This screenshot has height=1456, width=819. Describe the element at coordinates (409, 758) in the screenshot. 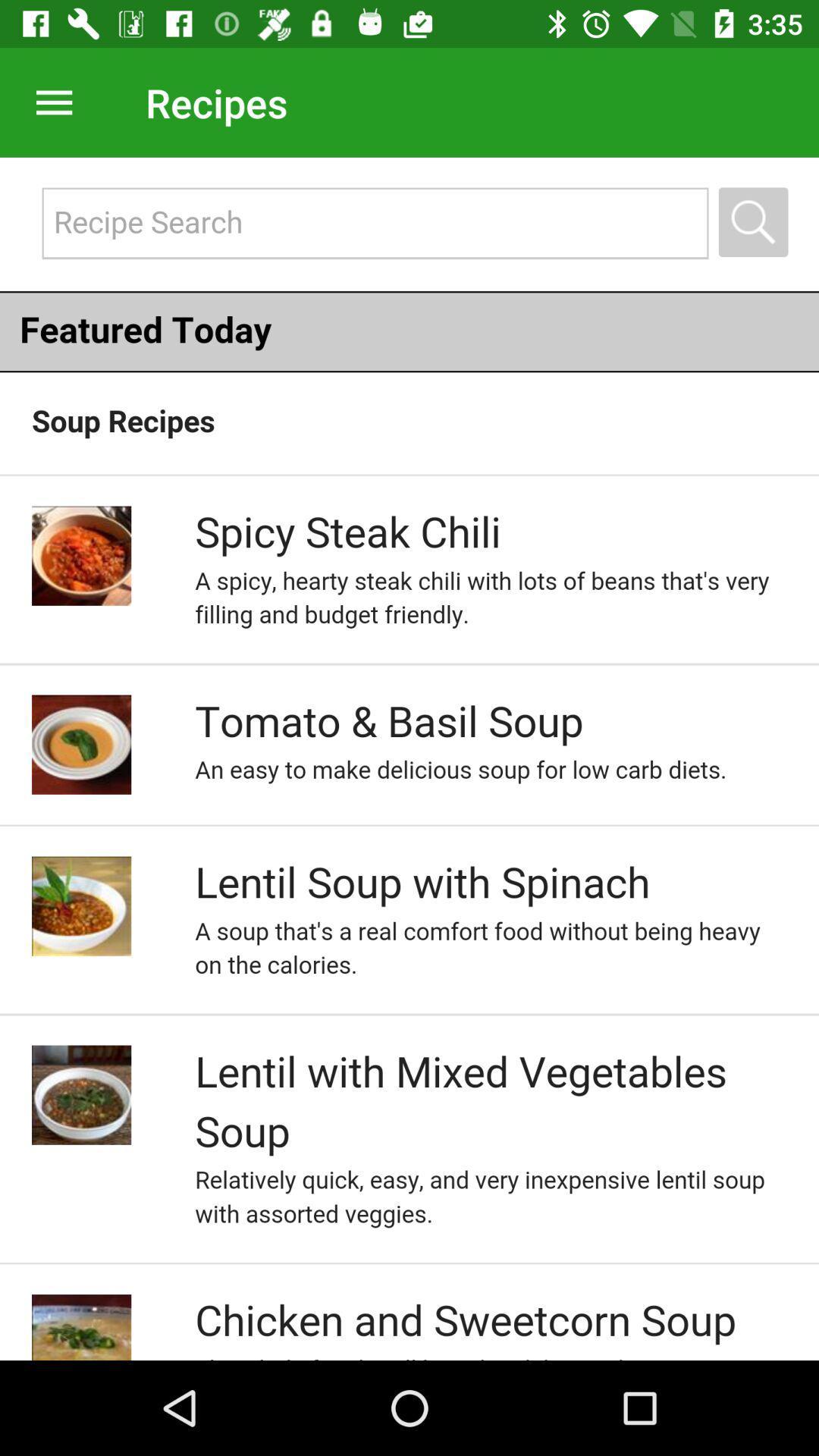

I see `choose the option` at that location.